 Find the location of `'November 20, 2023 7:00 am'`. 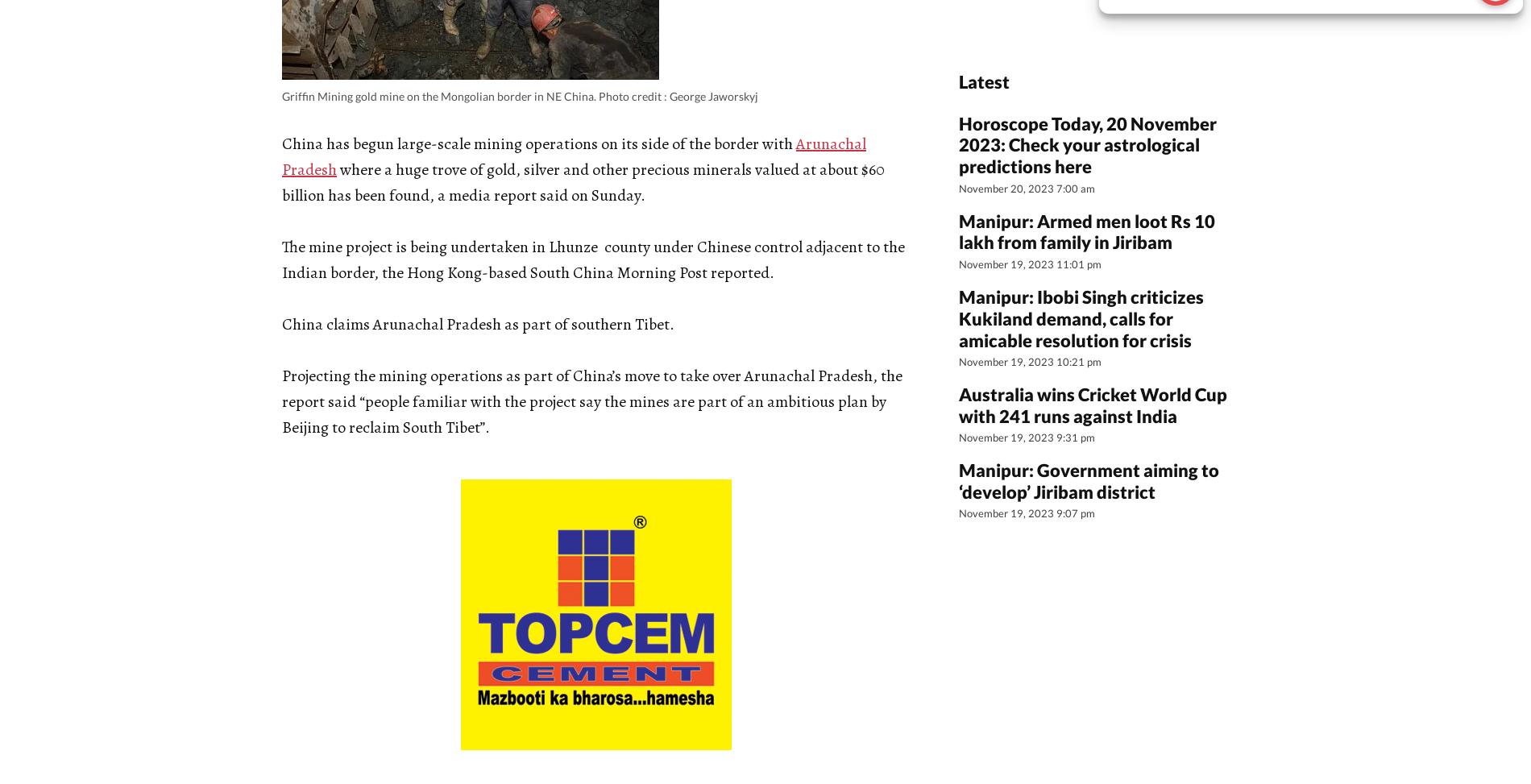

'November 20, 2023 7:00 am' is located at coordinates (1026, 187).